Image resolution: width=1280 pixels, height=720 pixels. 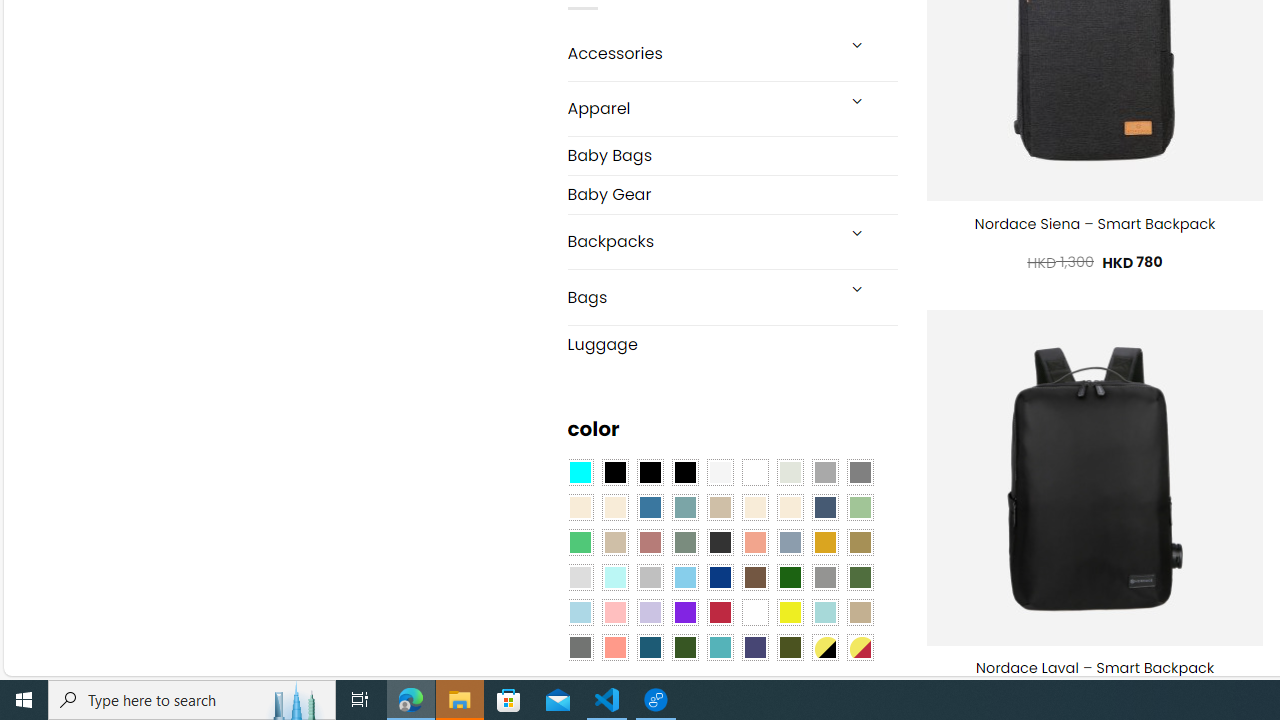 What do you see at coordinates (578, 473) in the screenshot?
I see `'Aqua Blue'` at bounding box center [578, 473].